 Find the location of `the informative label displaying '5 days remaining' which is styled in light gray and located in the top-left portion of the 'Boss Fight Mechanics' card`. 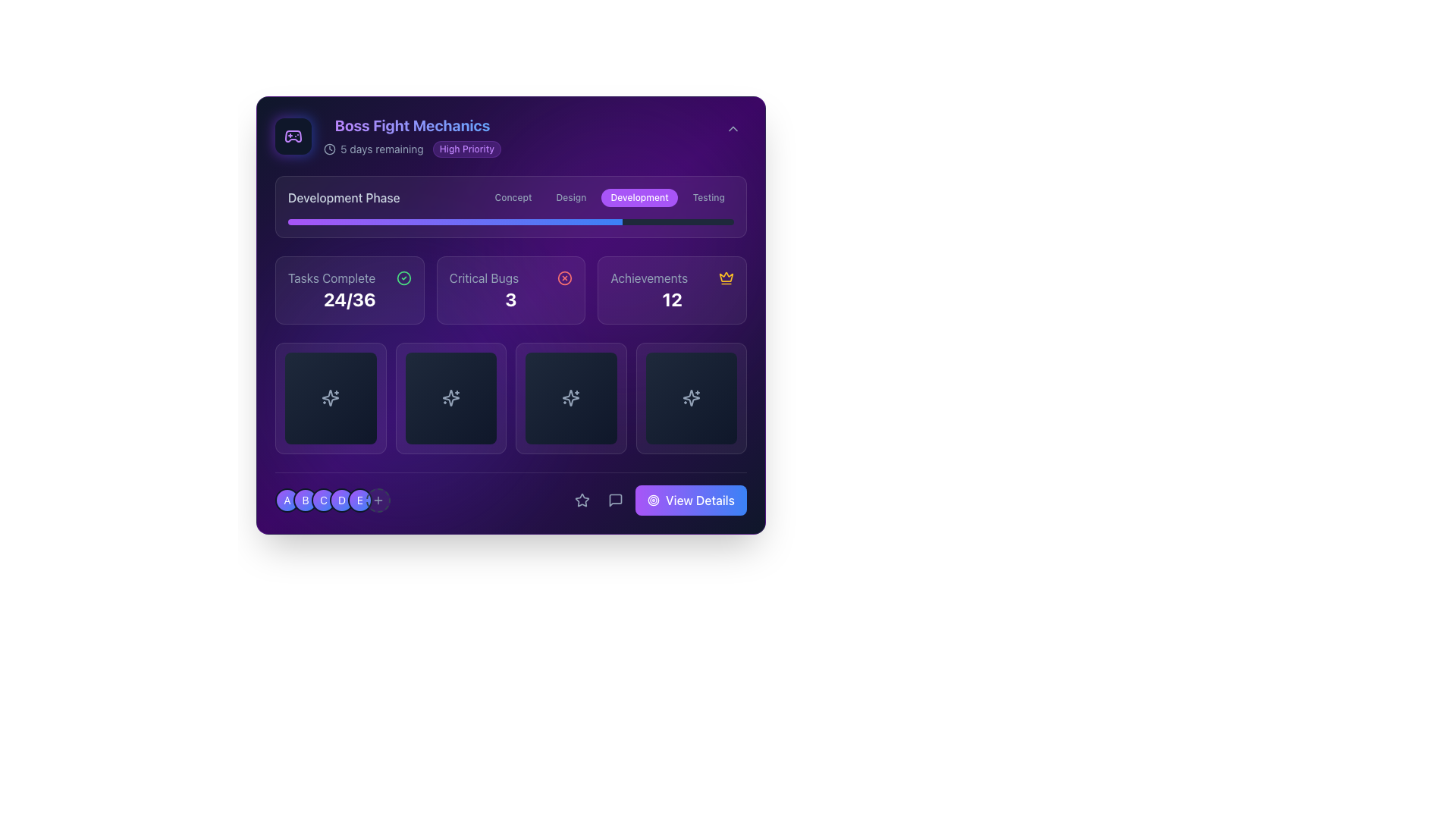

the informative label displaying '5 days remaining' which is styled in light gray and located in the top-left portion of the 'Boss Fight Mechanics' card is located at coordinates (373, 149).